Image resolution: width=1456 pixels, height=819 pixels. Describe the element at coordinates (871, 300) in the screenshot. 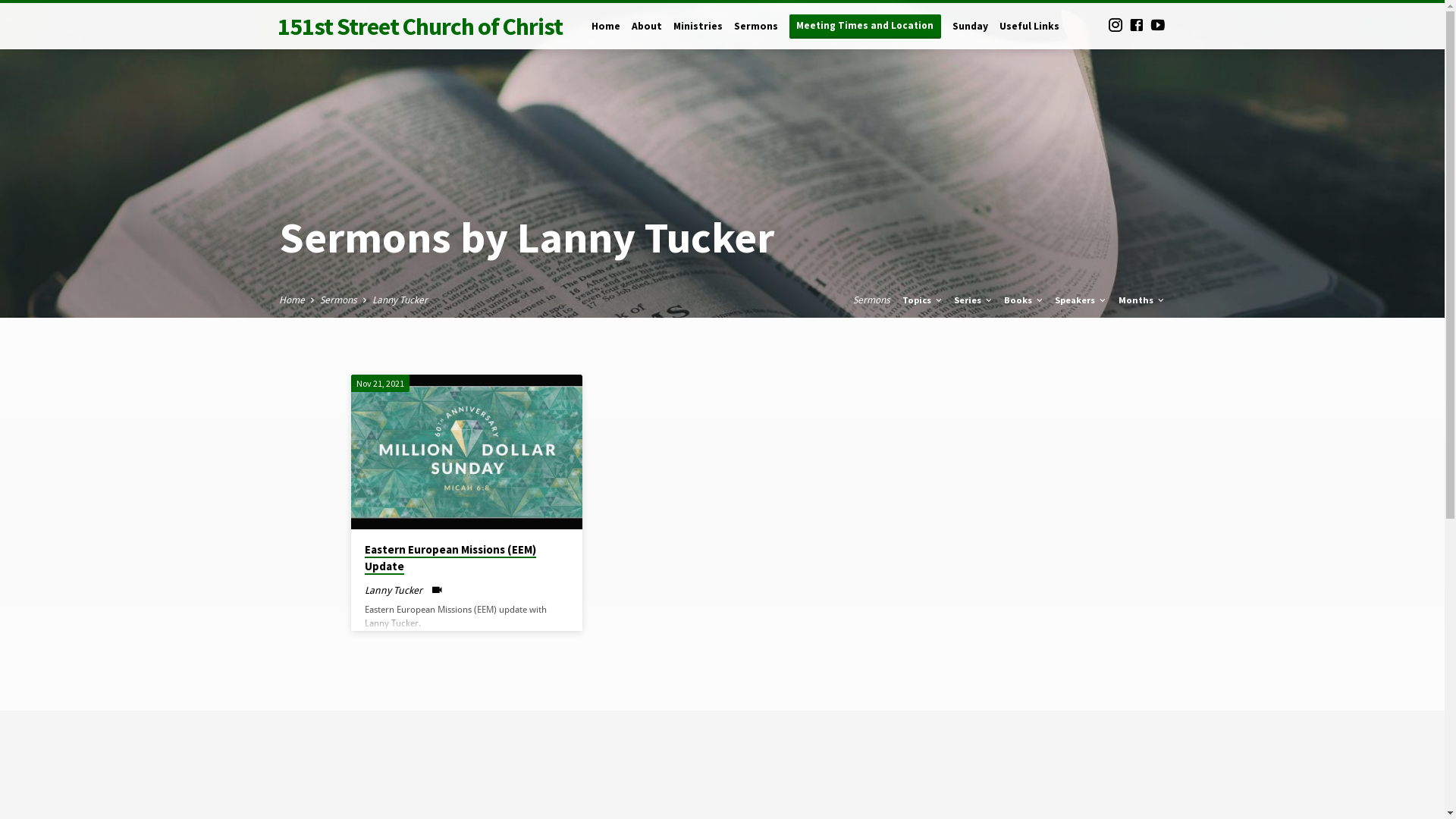

I see `'Sermons'` at that location.